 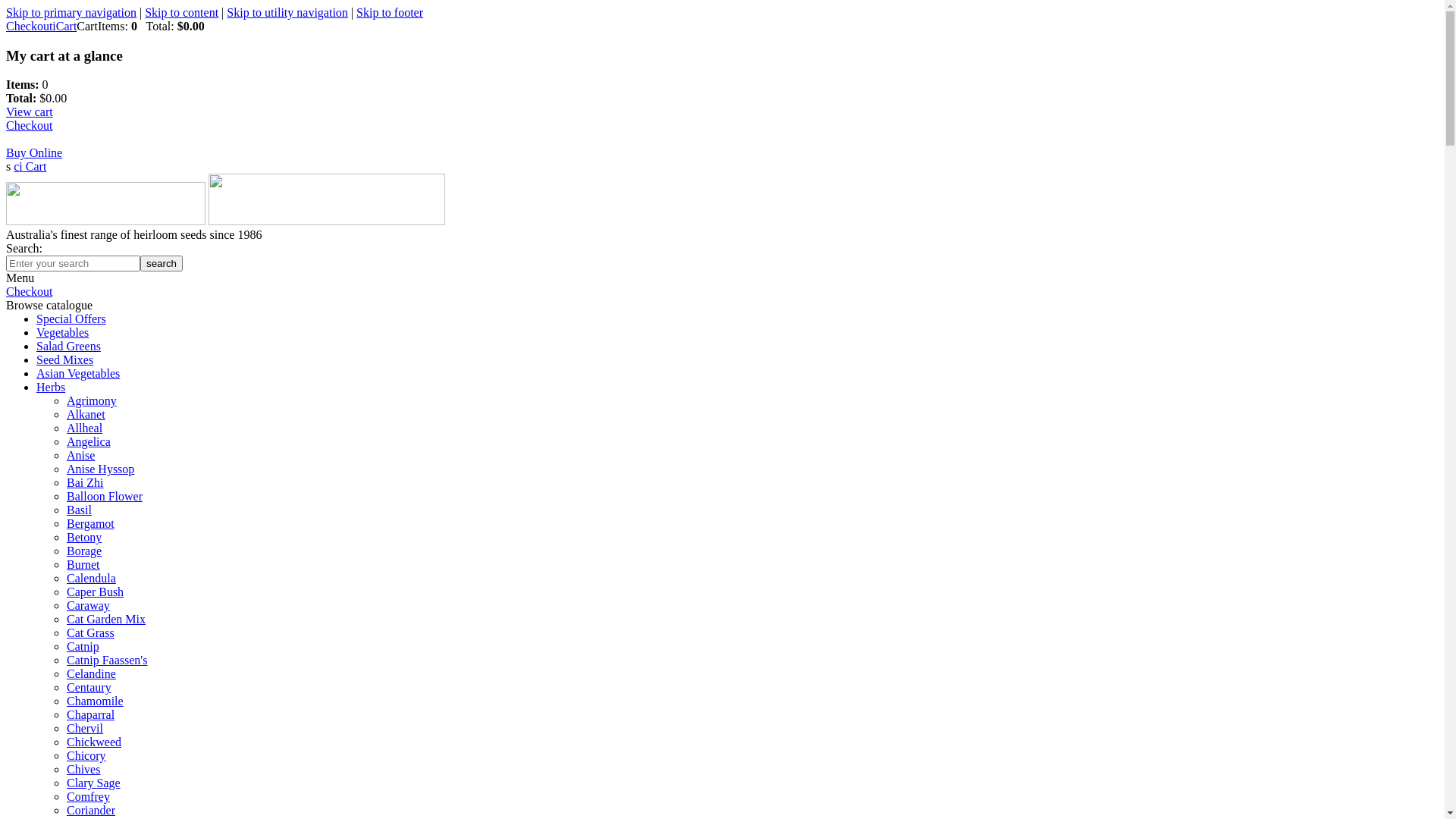 What do you see at coordinates (93, 783) in the screenshot?
I see `'Clary Sage'` at bounding box center [93, 783].